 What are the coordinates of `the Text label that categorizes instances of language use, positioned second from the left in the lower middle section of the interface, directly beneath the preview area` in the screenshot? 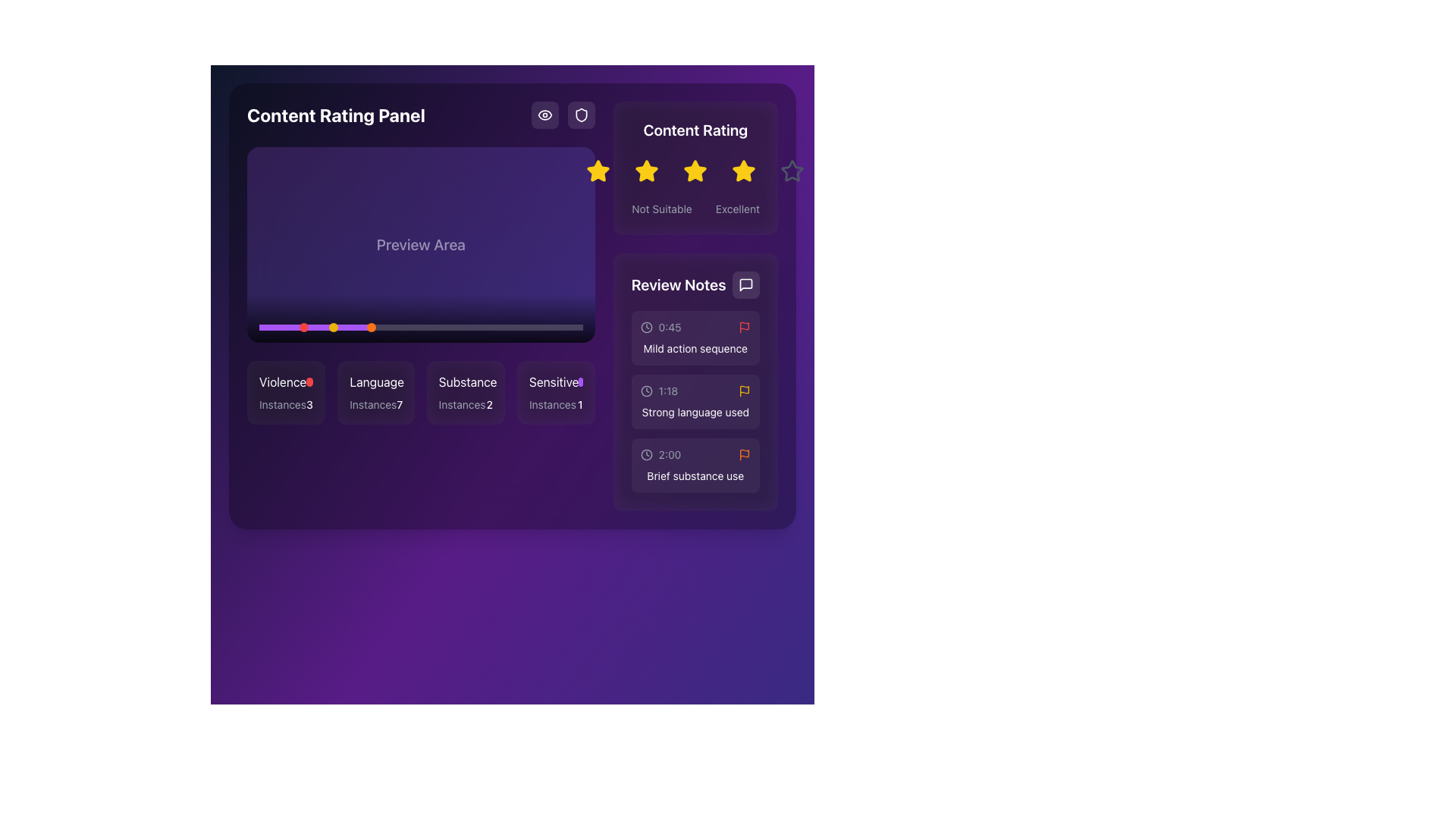 It's located at (376, 381).